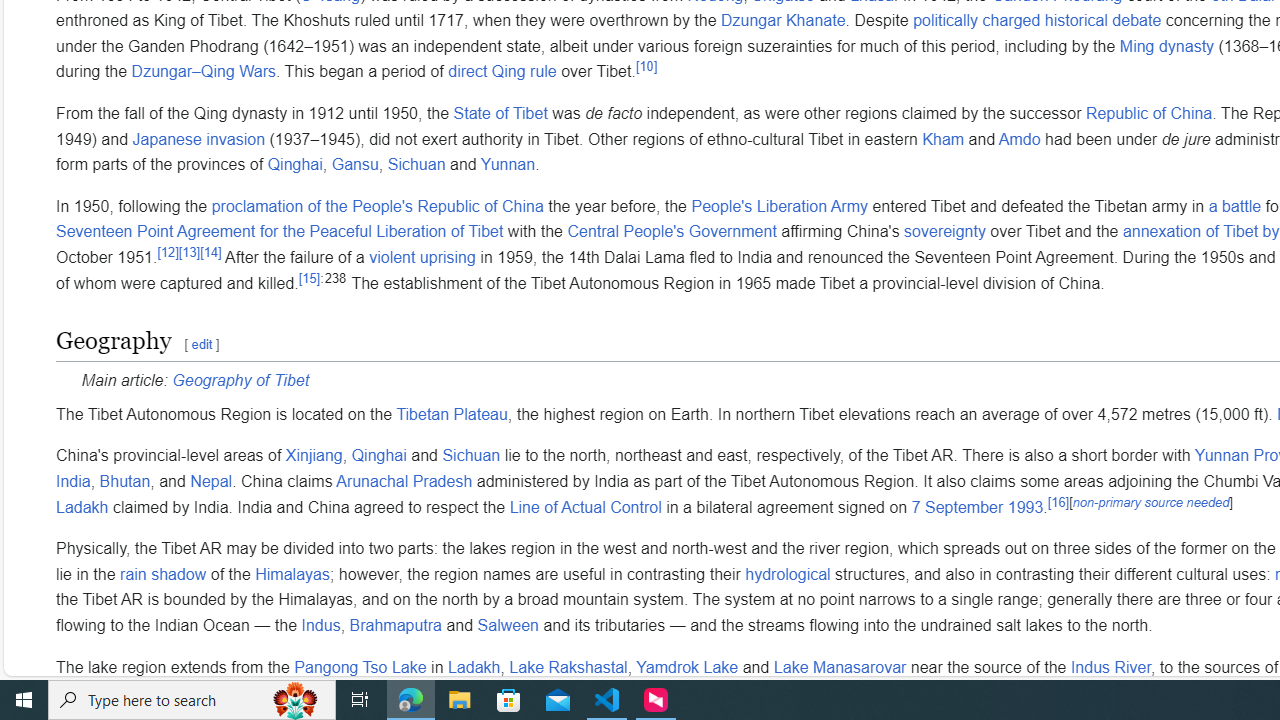  Describe the element at coordinates (73, 482) in the screenshot. I see `'India'` at that location.